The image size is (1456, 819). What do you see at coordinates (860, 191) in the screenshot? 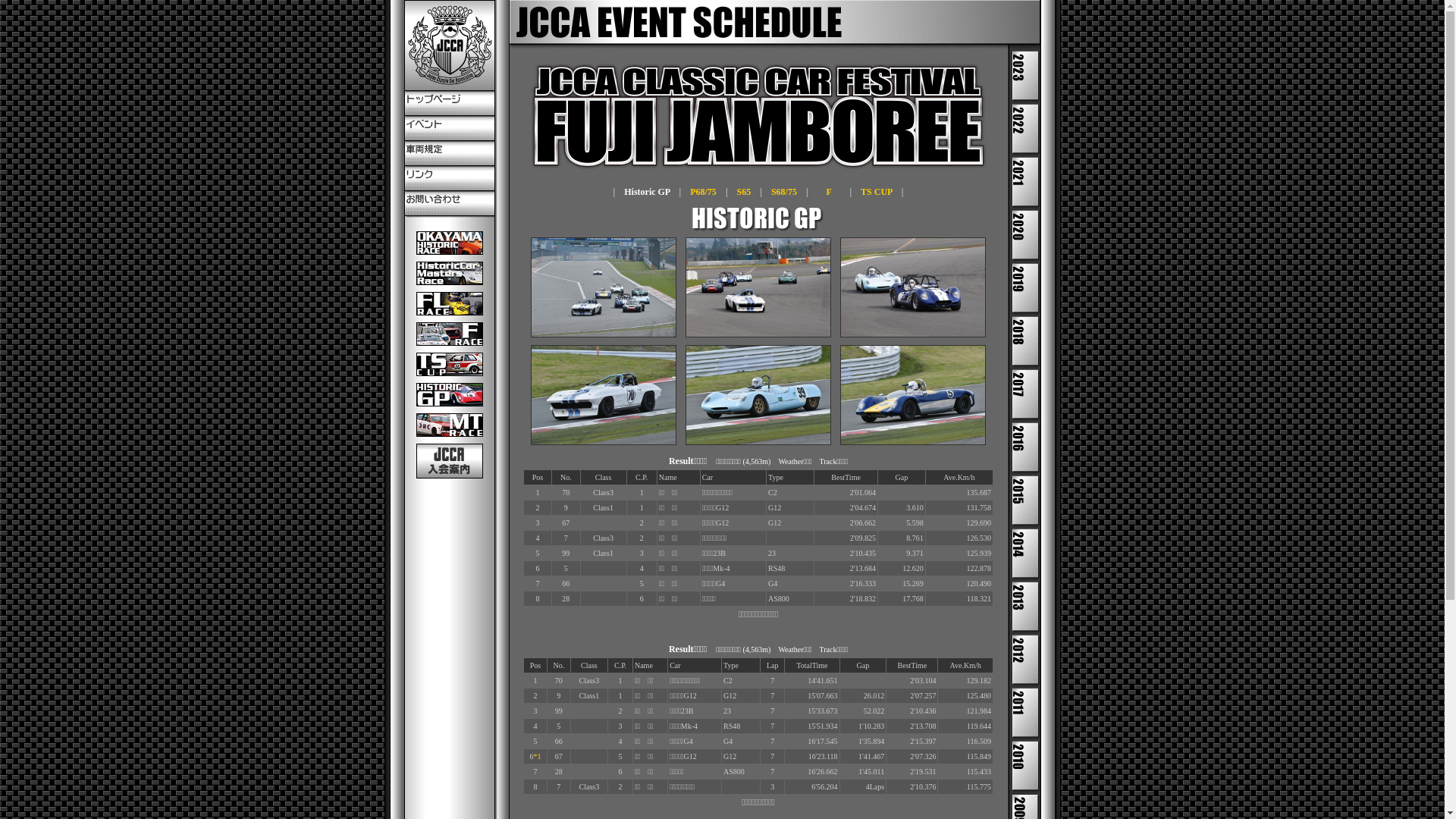
I see `'TS CUP'` at bounding box center [860, 191].